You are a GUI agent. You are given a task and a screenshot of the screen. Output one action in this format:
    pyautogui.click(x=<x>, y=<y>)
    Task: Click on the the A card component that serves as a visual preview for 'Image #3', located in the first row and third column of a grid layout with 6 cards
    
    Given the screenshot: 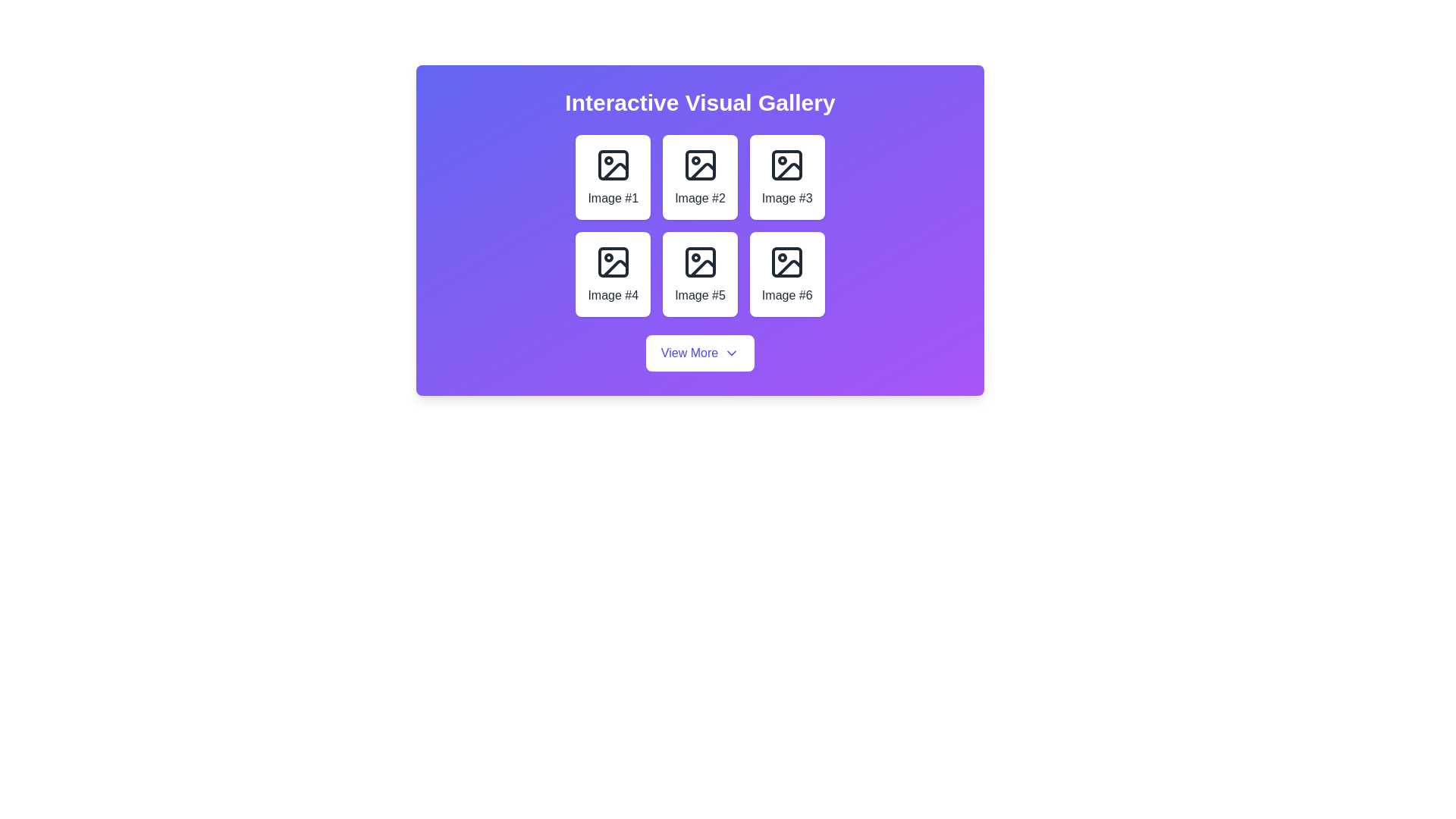 What is the action you would take?
    pyautogui.click(x=787, y=177)
    